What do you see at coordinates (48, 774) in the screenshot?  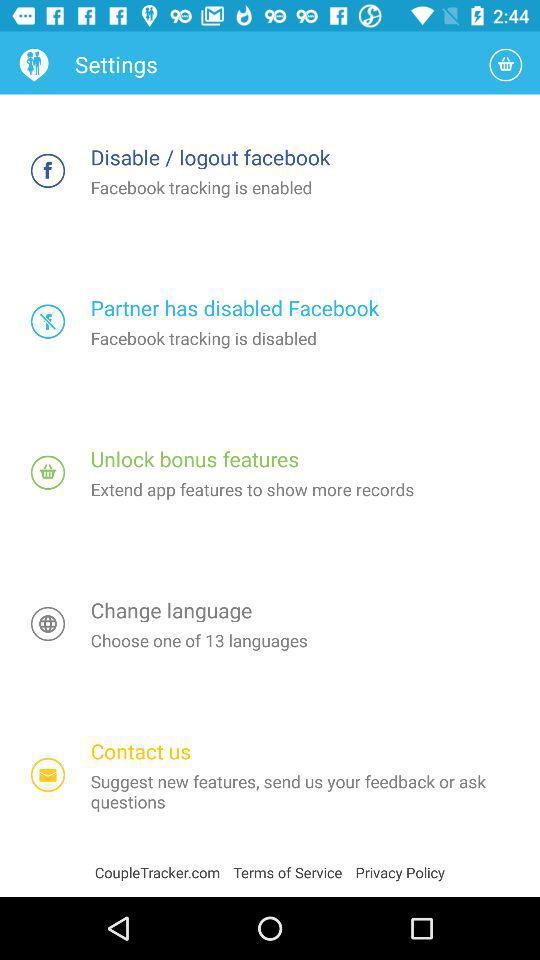 I see `the item to the left of contact us item` at bounding box center [48, 774].